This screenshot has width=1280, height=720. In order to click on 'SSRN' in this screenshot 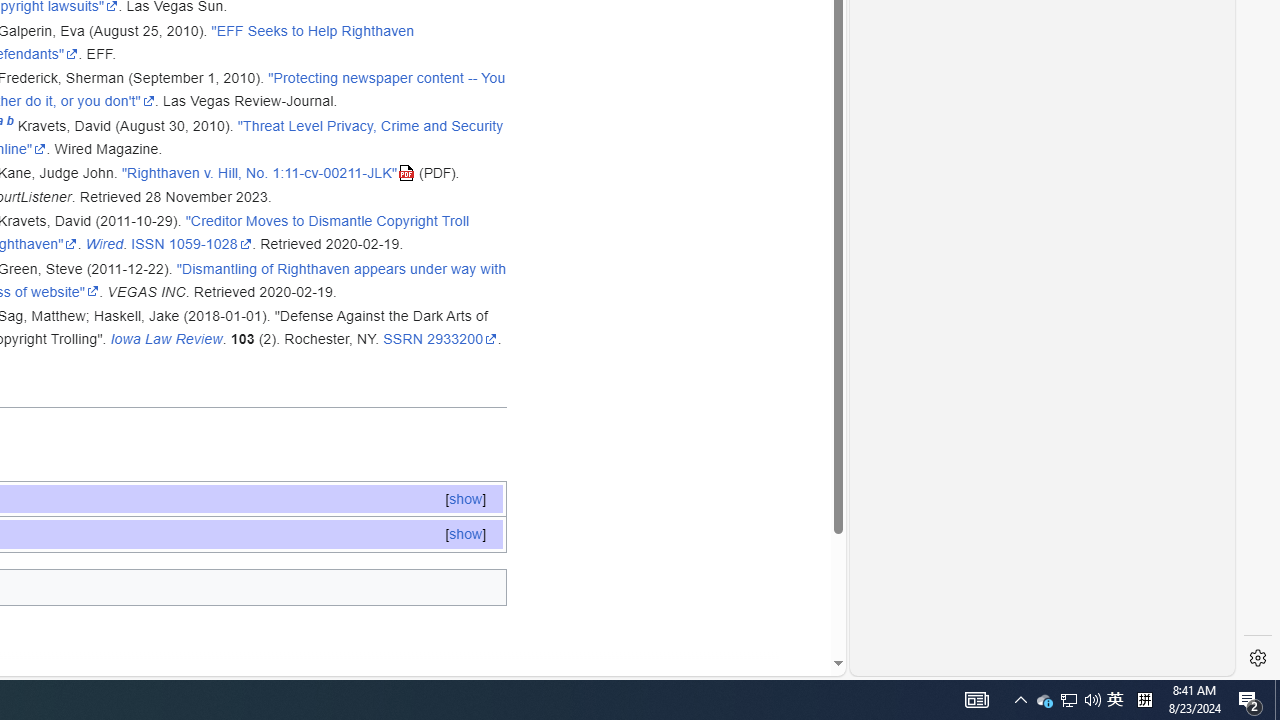, I will do `click(402, 338)`.